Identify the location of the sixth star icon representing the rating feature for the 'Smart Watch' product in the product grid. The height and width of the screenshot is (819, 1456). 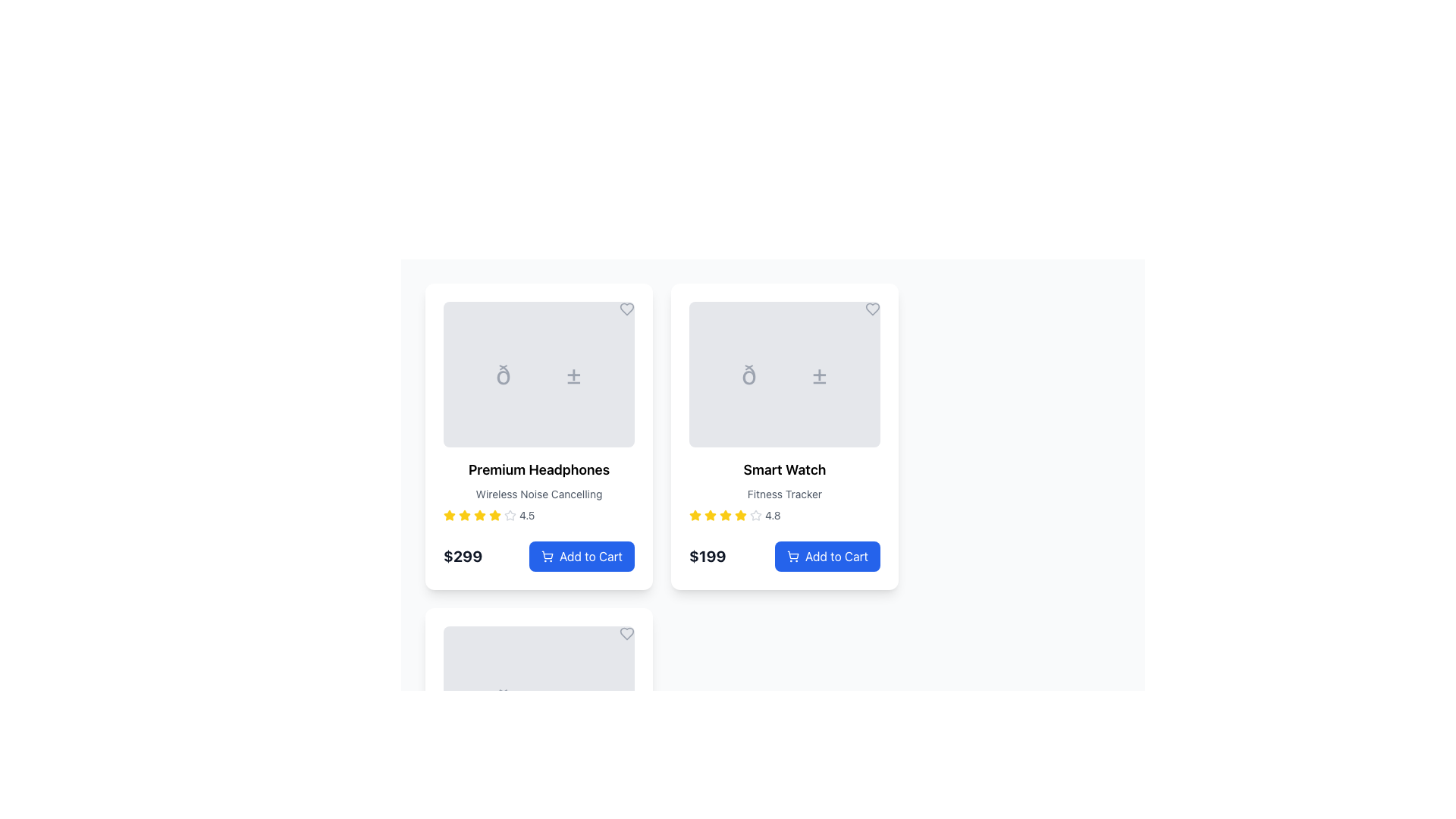
(741, 514).